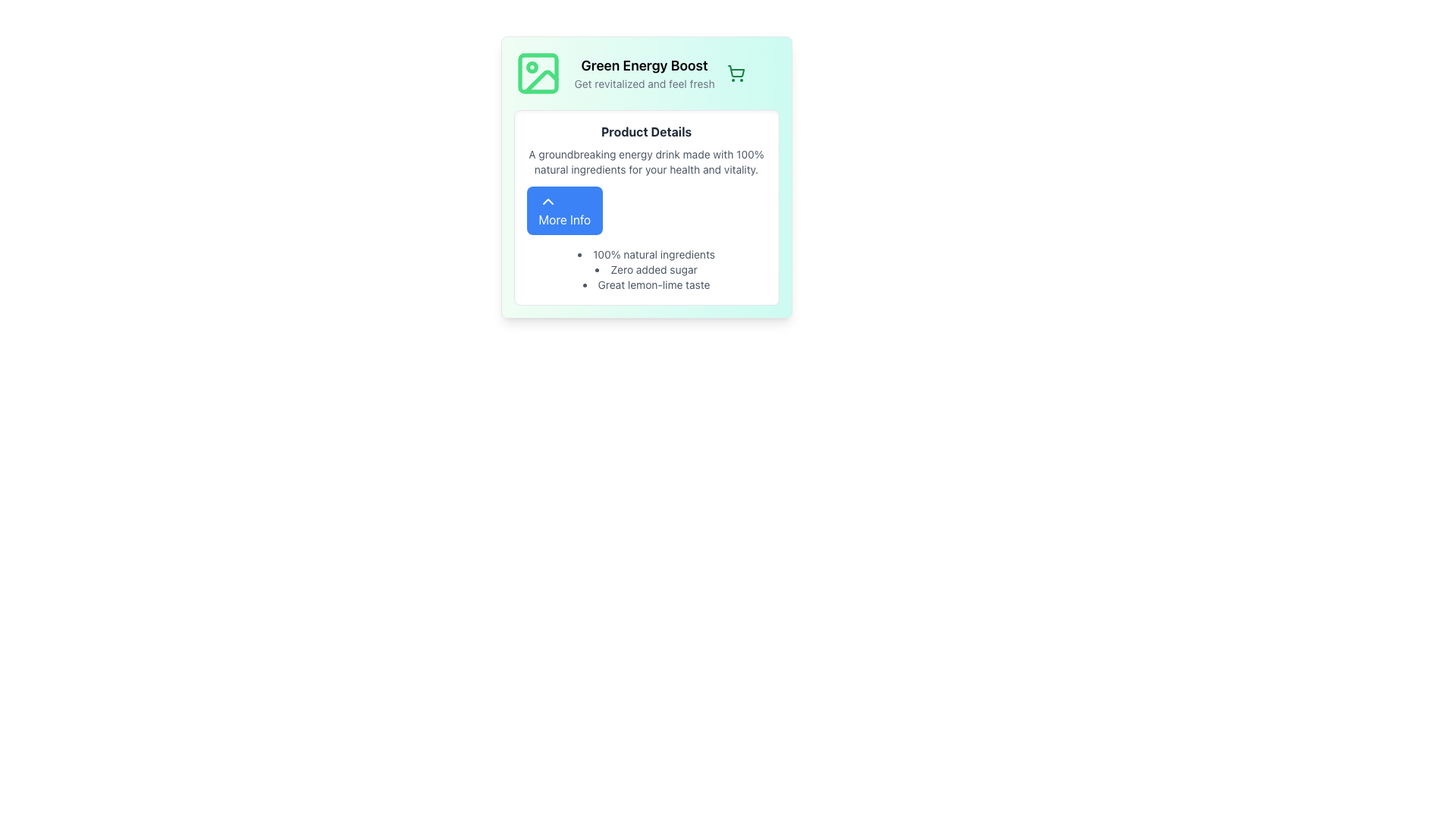 This screenshot has height=819, width=1456. I want to click on the 'More Info' button, which has a blue background, white text, and a chevron icon above the text, located at the center of the card's lower part, so click(563, 210).